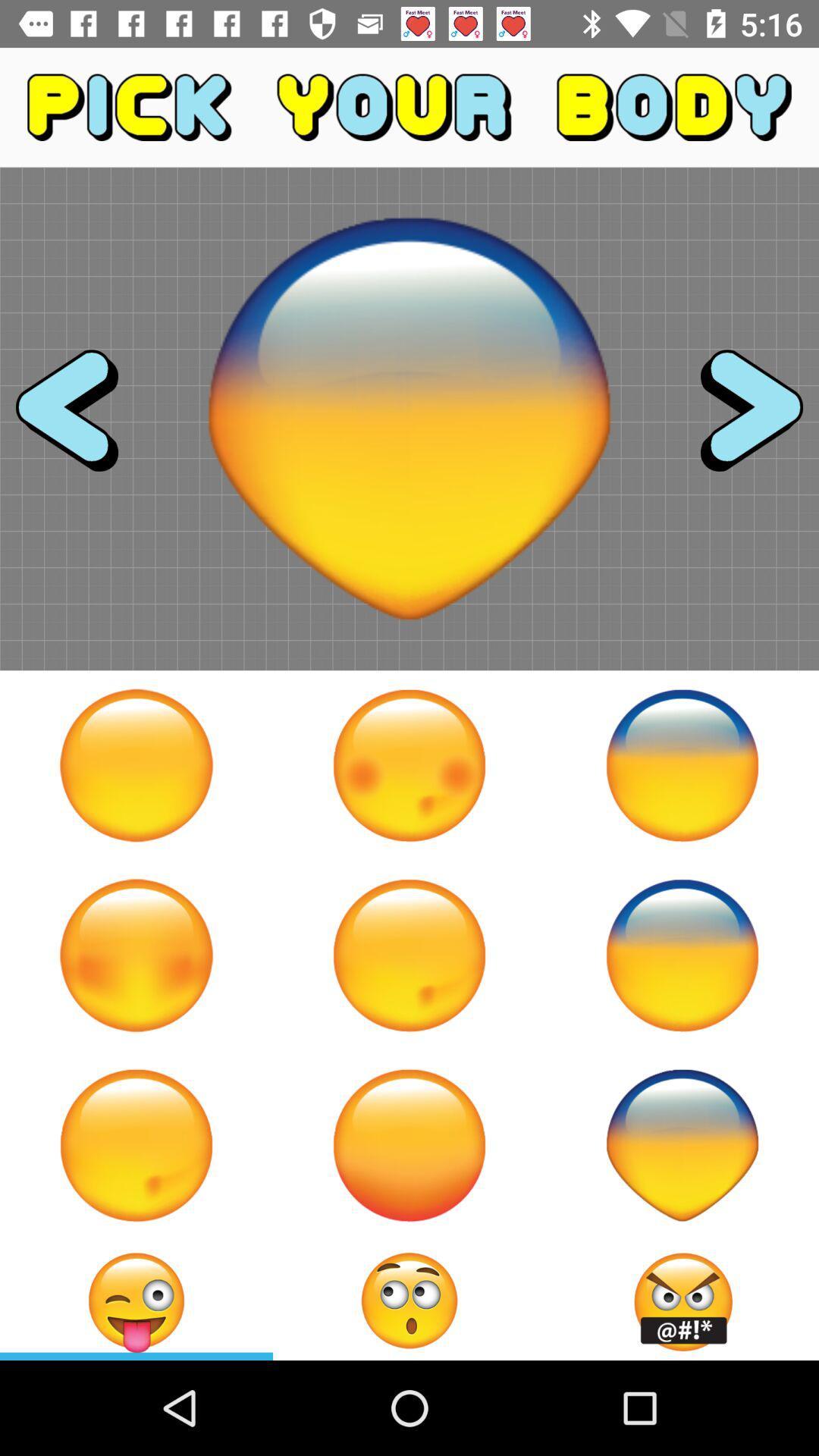 This screenshot has height=1456, width=819. Describe the element at coordinates (409, 1300) in the screenshot. I see `creates an emoji` at that location.